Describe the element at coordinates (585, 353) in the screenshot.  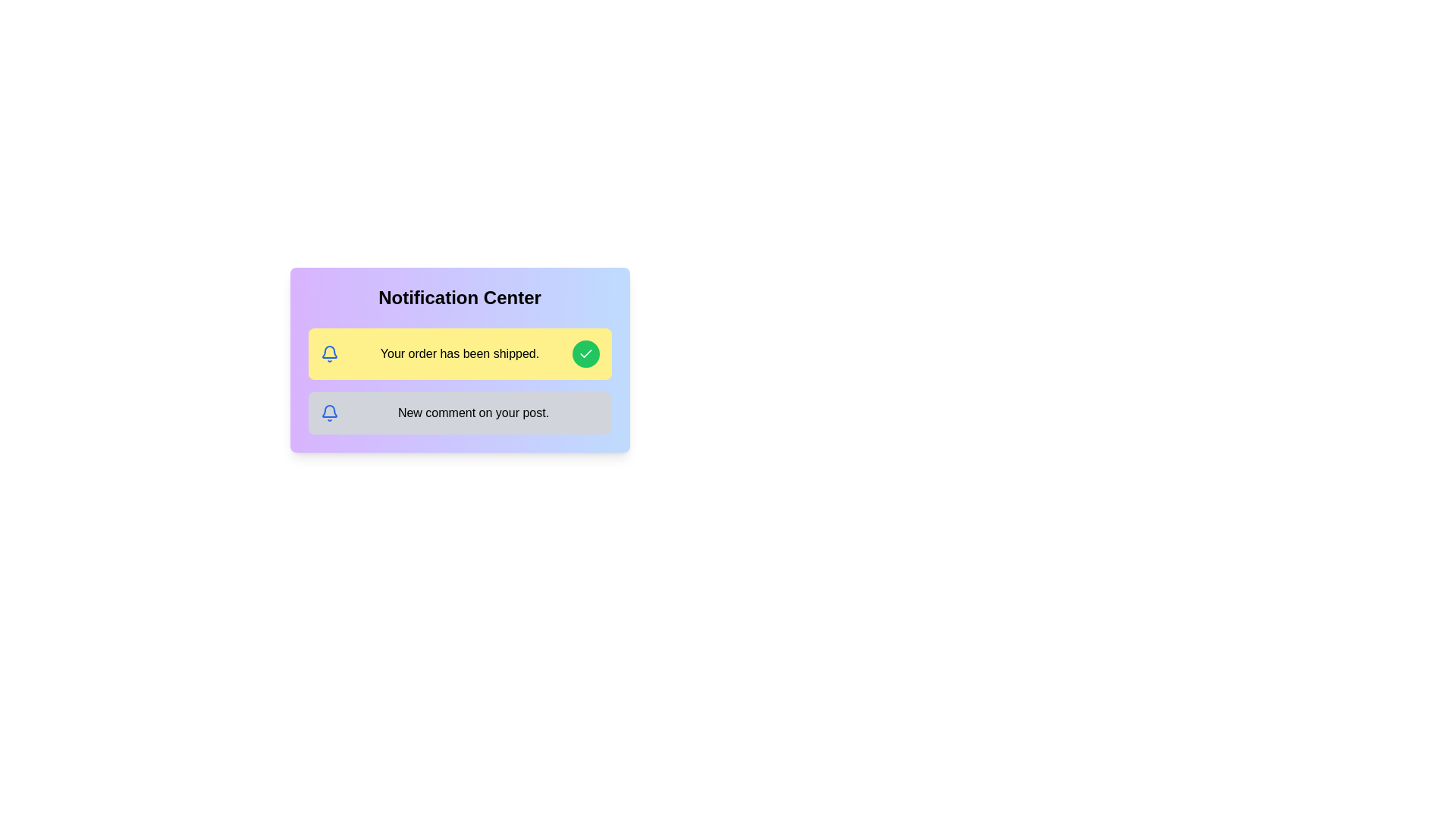
I see `the circular confirmation button located at the far right of the notification card that acknowledges the message 'Your order has been shipped'` at that location.